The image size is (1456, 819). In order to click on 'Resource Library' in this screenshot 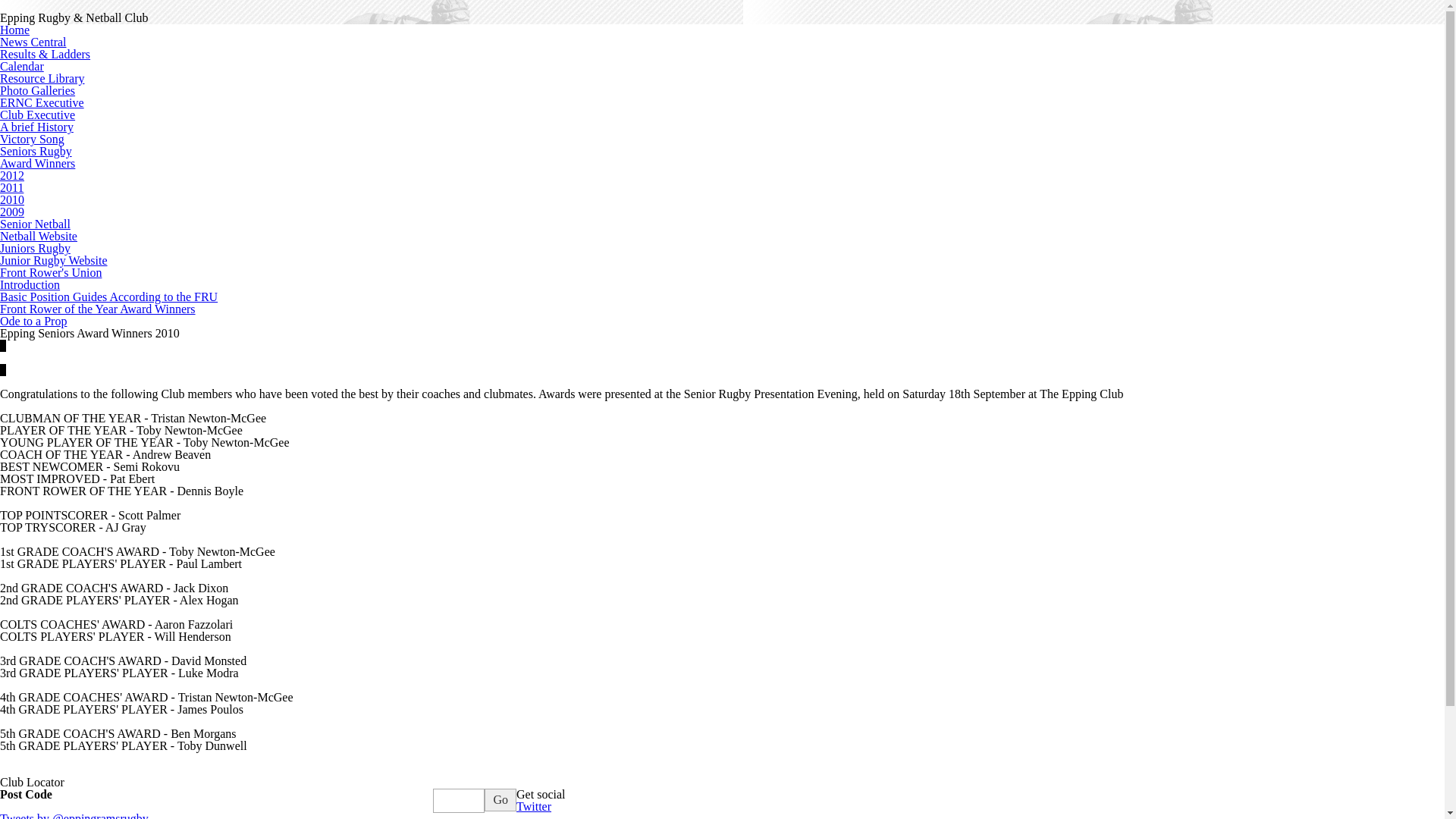, I will do `click(42, 78)`.